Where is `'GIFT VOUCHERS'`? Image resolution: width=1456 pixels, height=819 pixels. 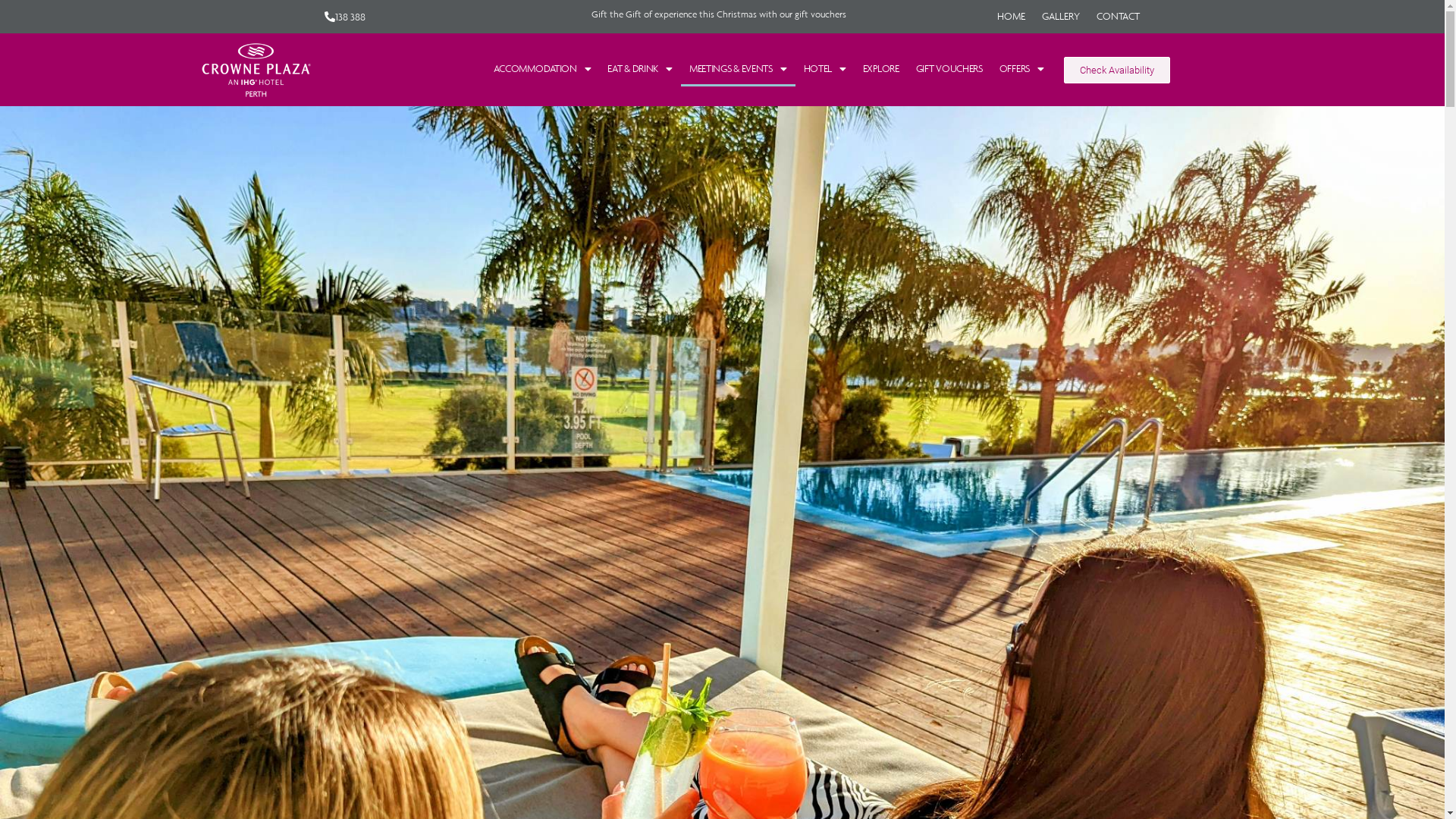
'GIFT VOUCHERS' is located at coordinates (949, 69).